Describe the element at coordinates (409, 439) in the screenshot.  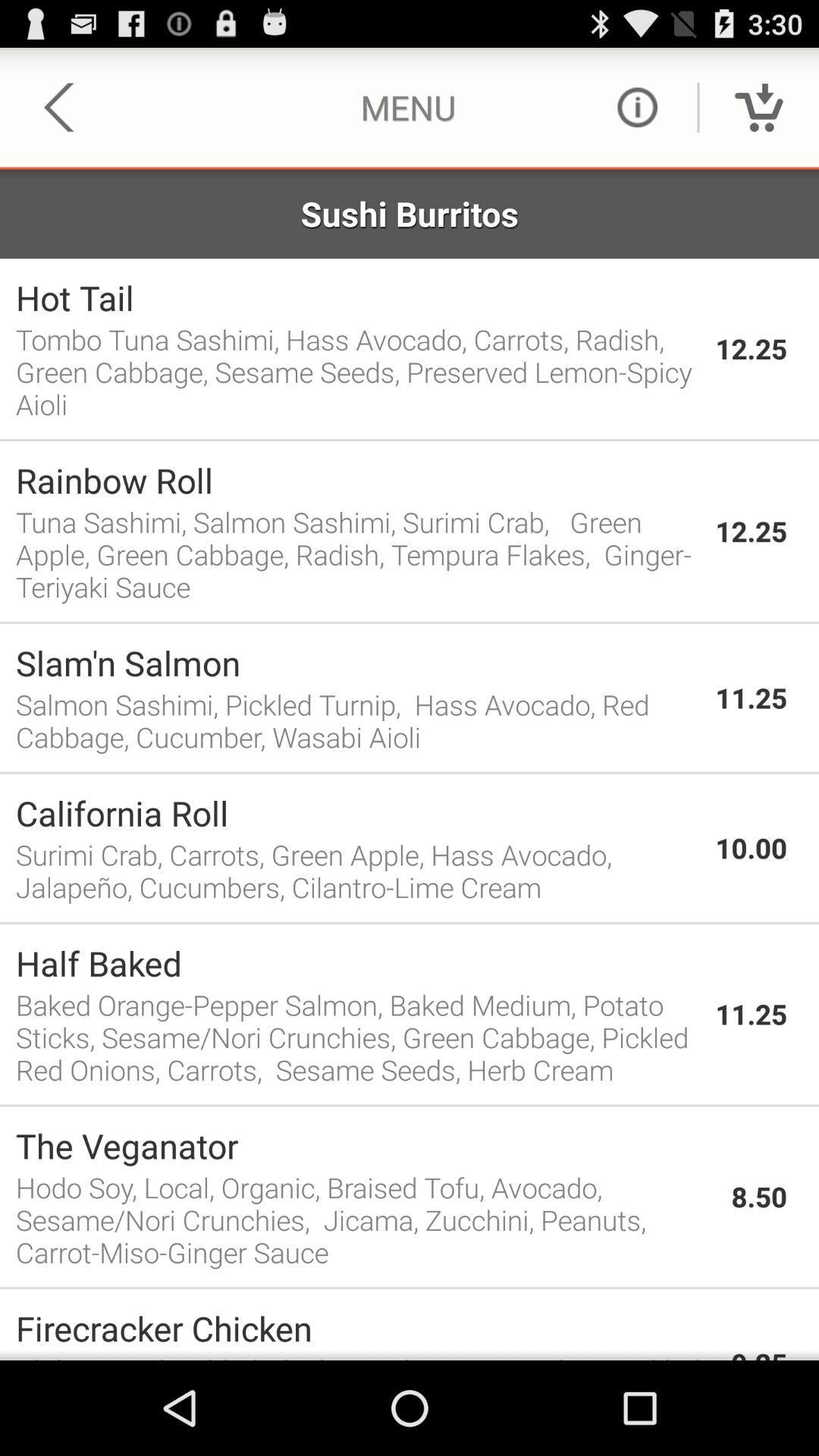
I see `app above the rainbow roll app` at that location.